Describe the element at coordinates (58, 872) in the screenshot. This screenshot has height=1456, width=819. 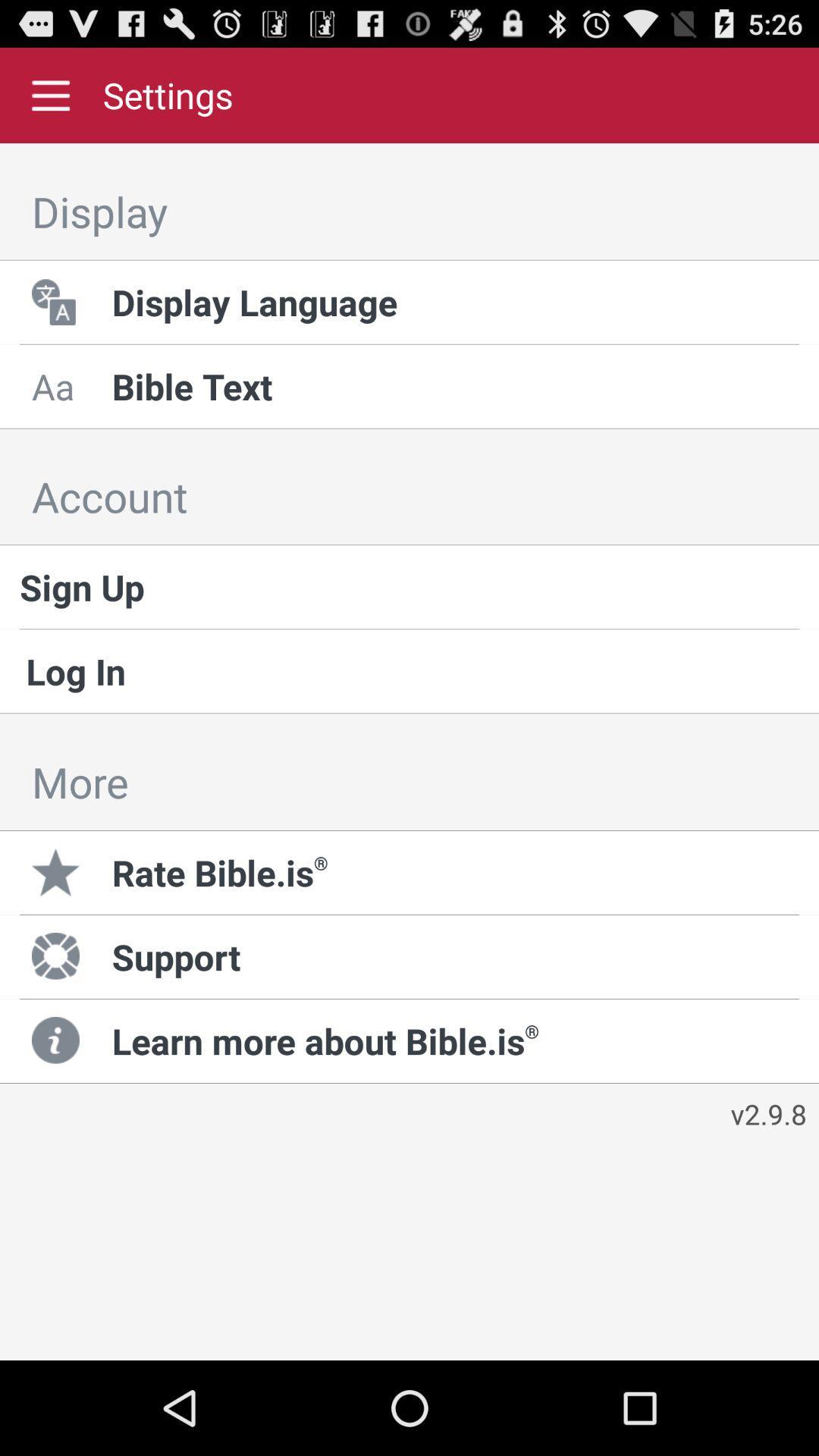
I see `the star icon` at that location.